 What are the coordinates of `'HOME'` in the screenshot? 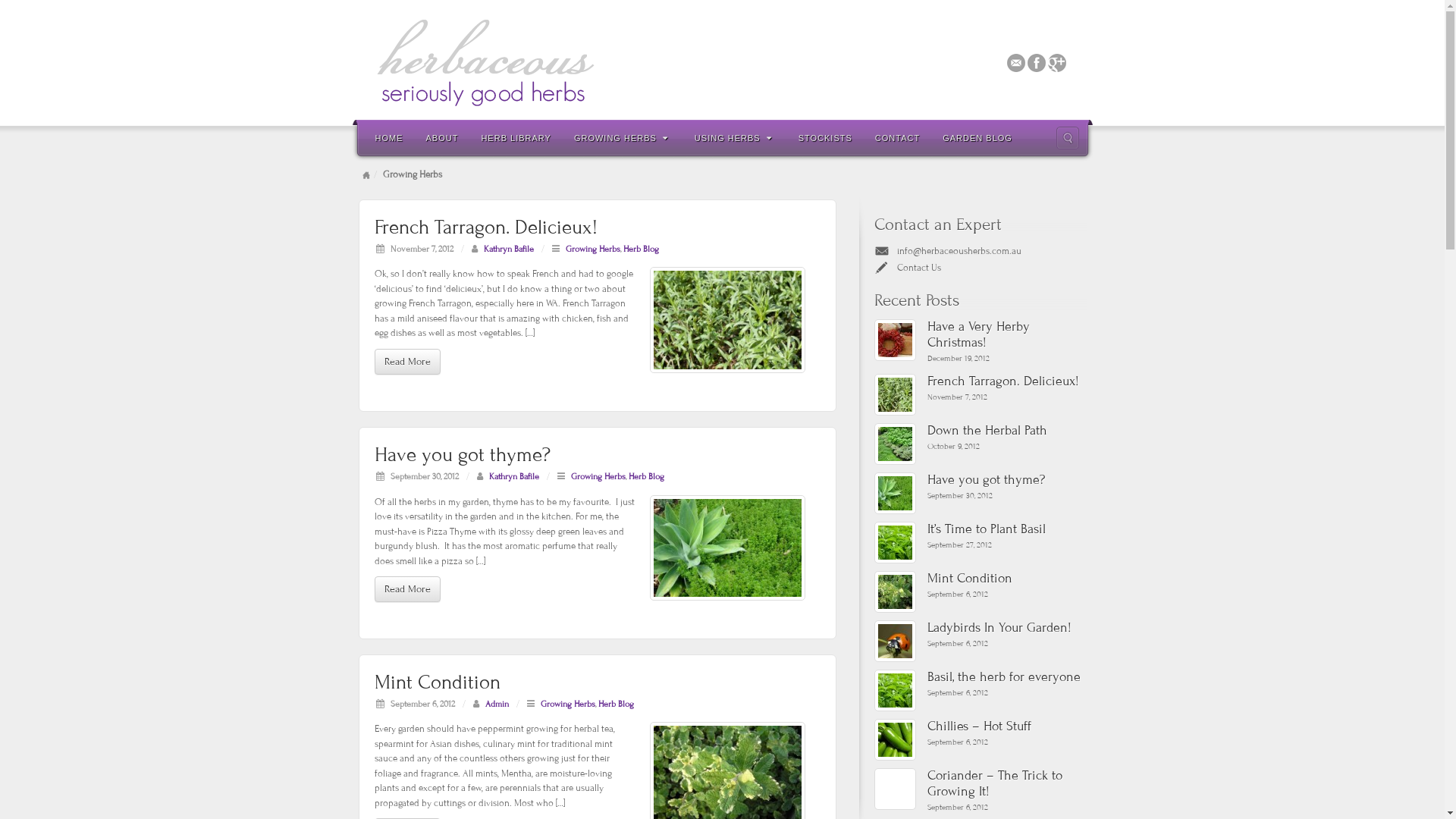 It's located at (389, 137).